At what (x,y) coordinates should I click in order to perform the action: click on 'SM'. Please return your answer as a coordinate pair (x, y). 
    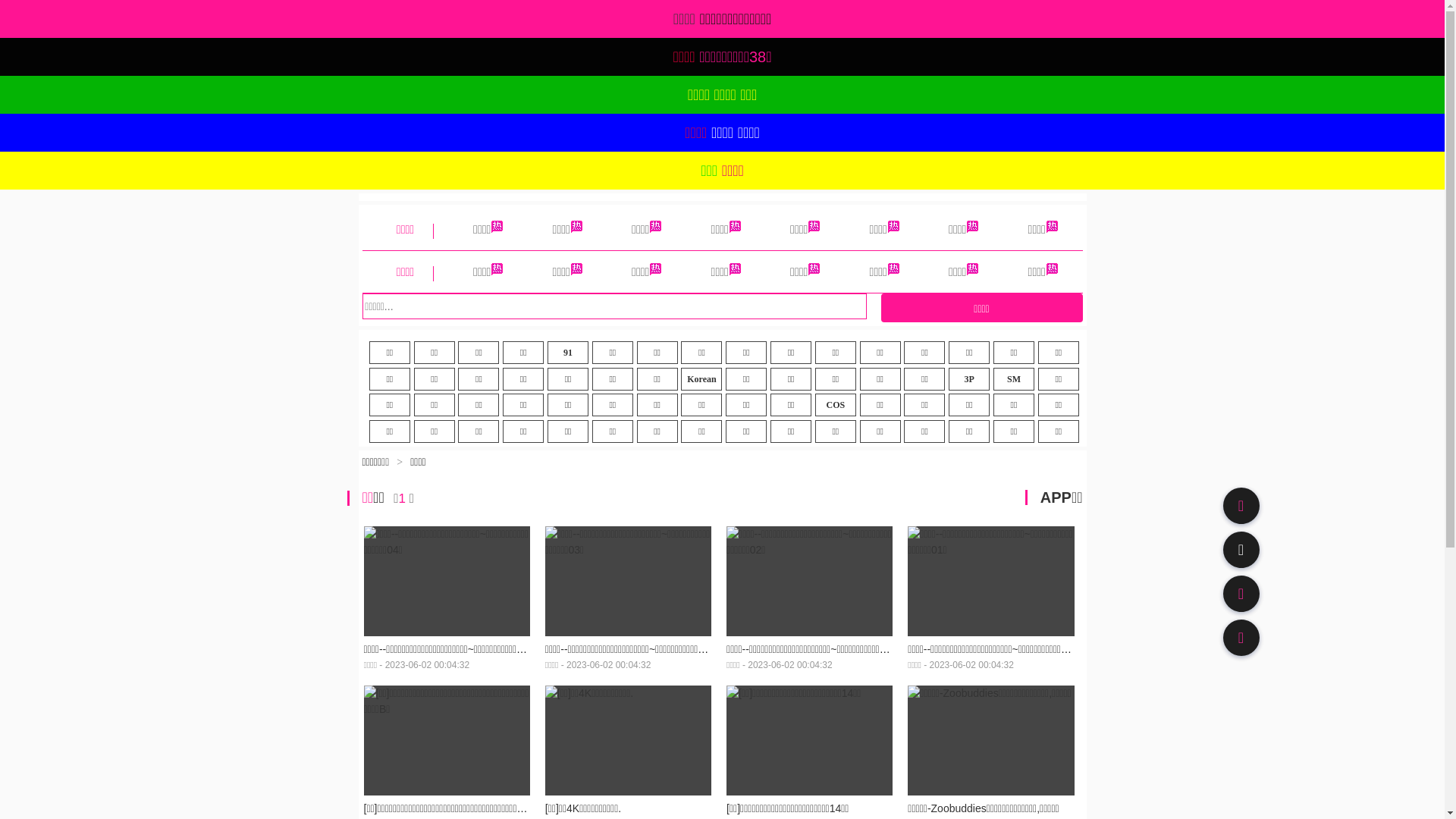
    Looking at the image, I should click on (1014, 378).